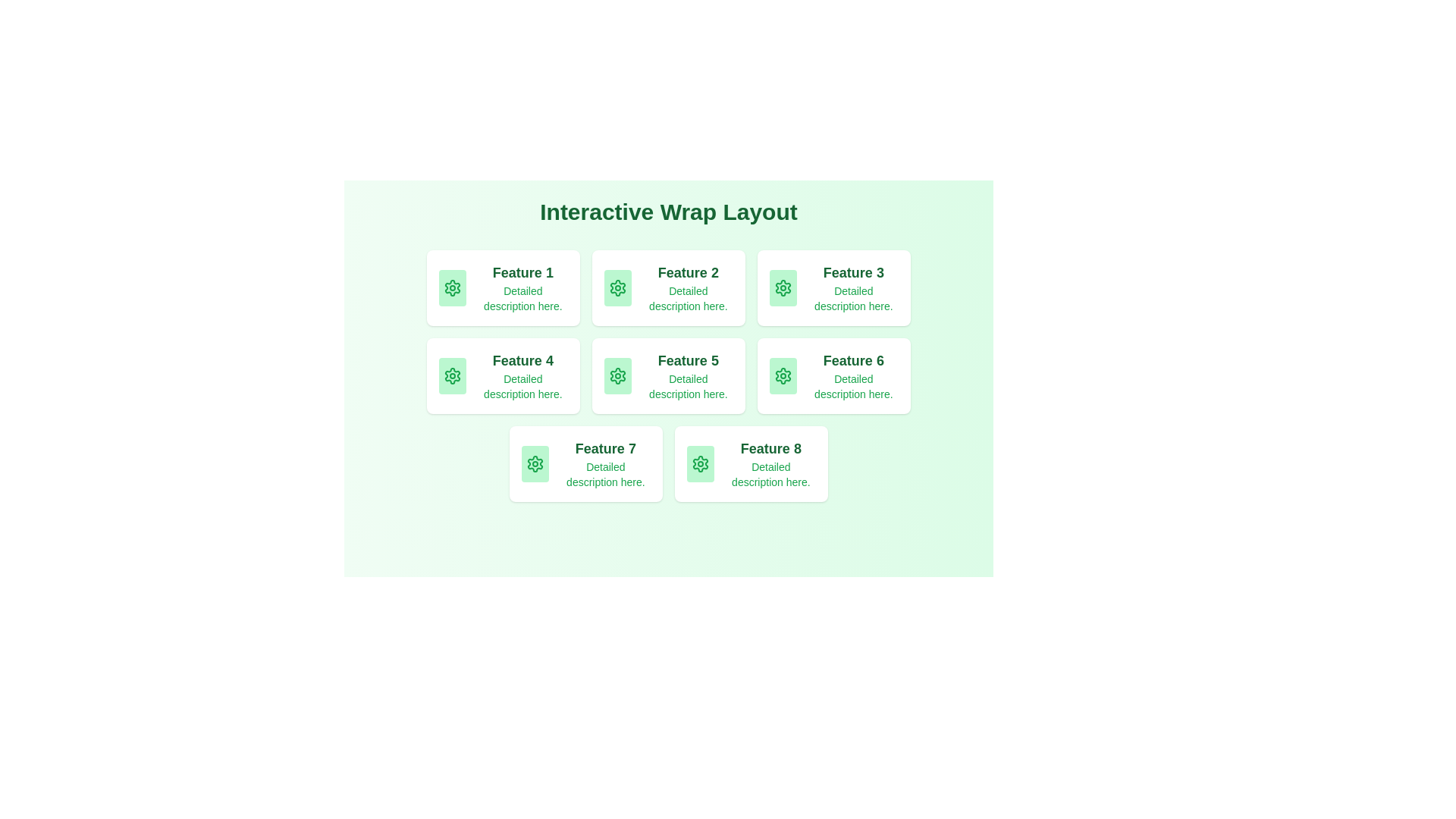  I want to click on text displayed on the third card in the first row of a 4x2 grid layout, positioned to the right of 'Feature 2' and above 'Feature 5', so click(853, 288).